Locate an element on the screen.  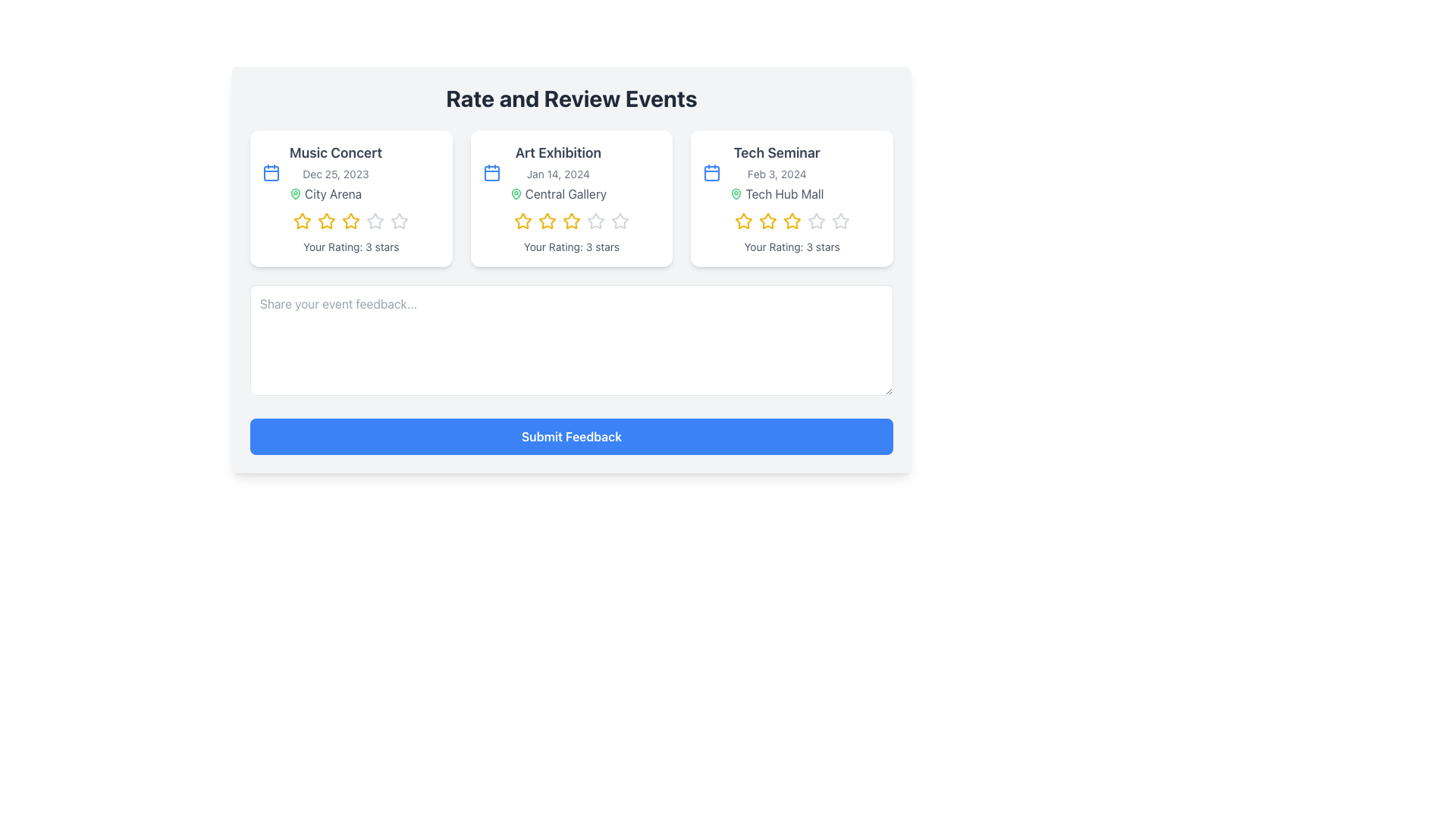
the first star icon in the rating section of the 'Tech Seminar' event card to scale it is located at coordinates (743, 221).